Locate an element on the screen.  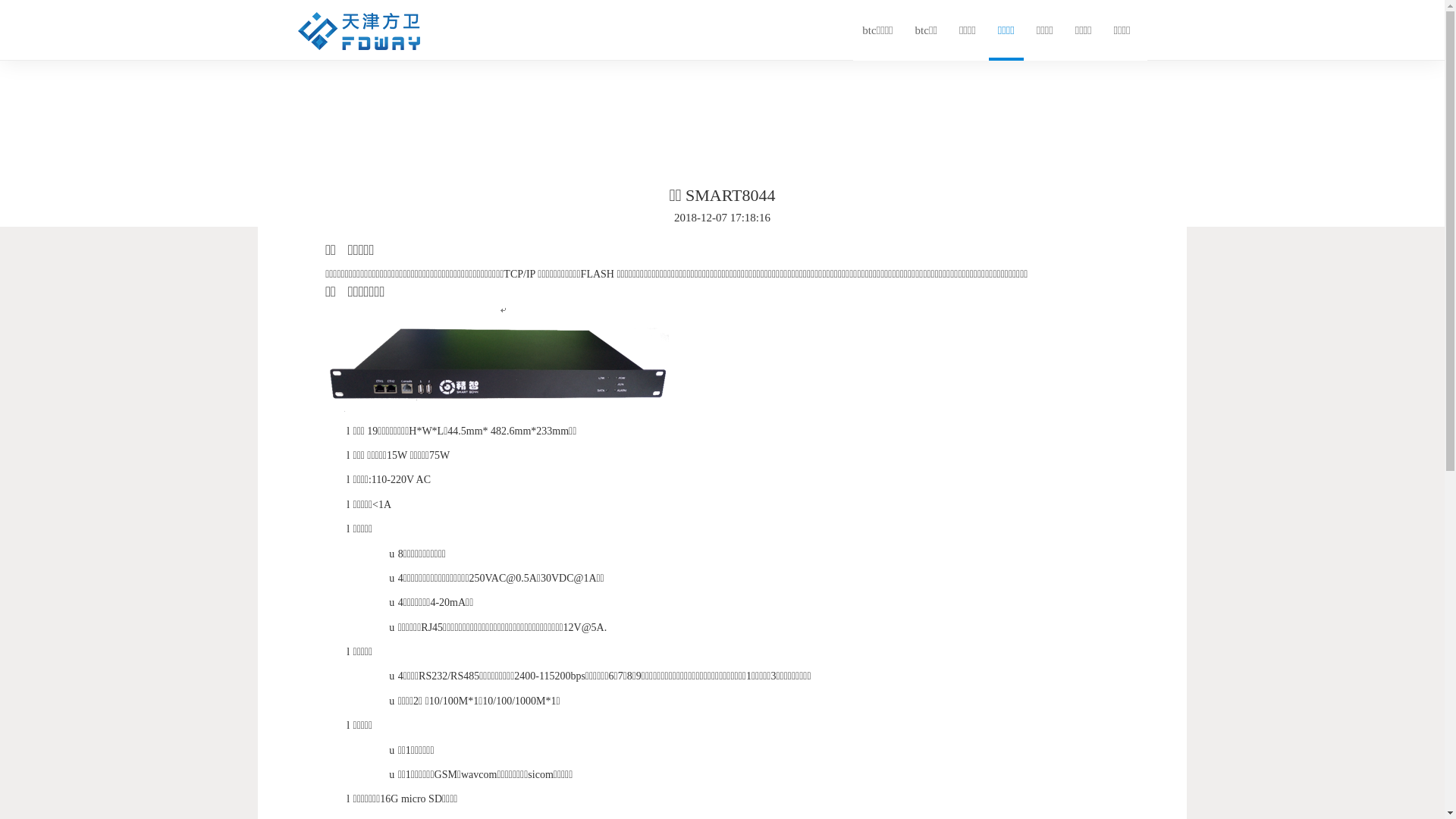
'1544174317414059112.png' is located at coordinates (500, 362).